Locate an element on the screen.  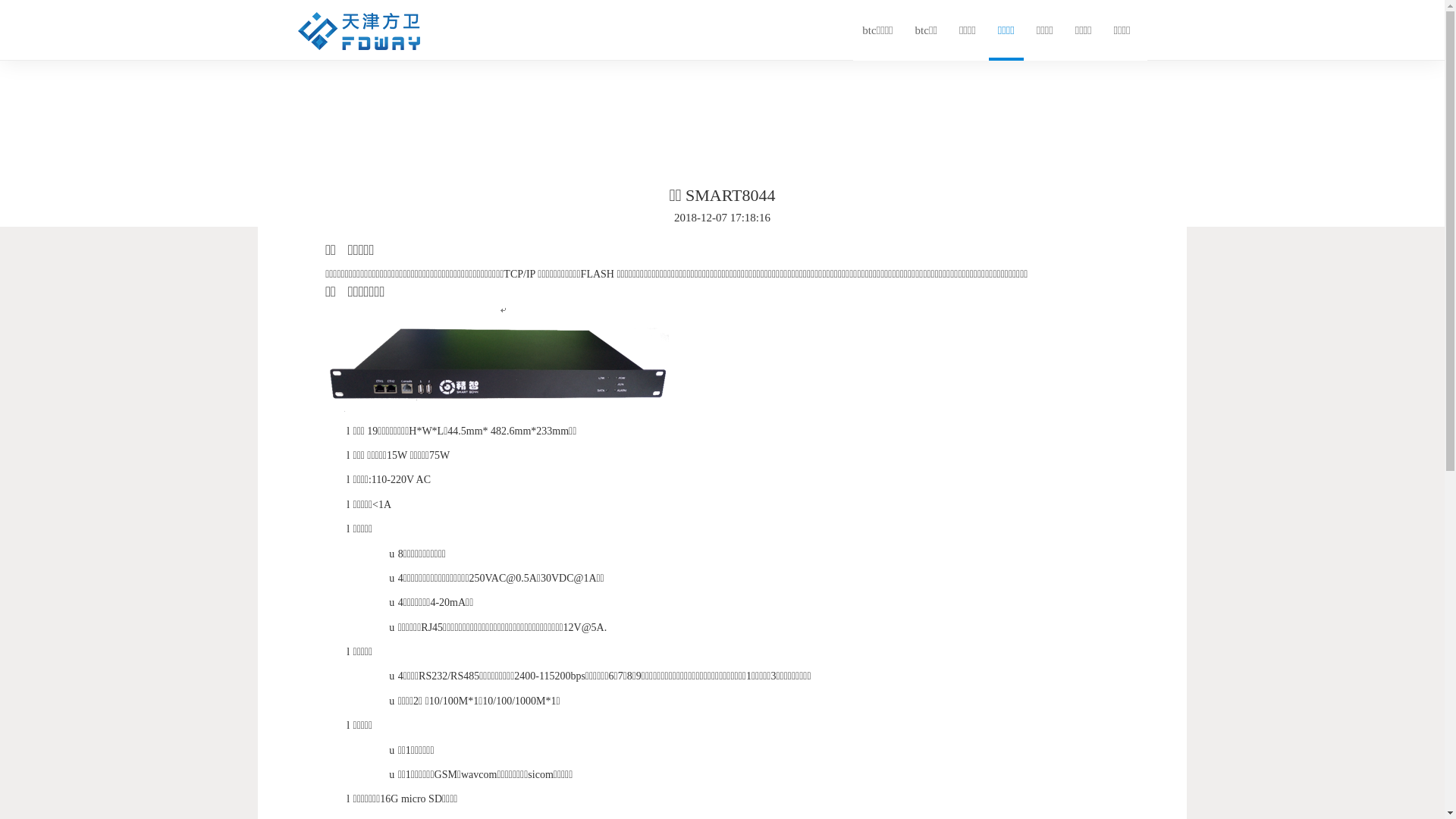
'1544174317414059112.png' is located at coordinates (500, 362).